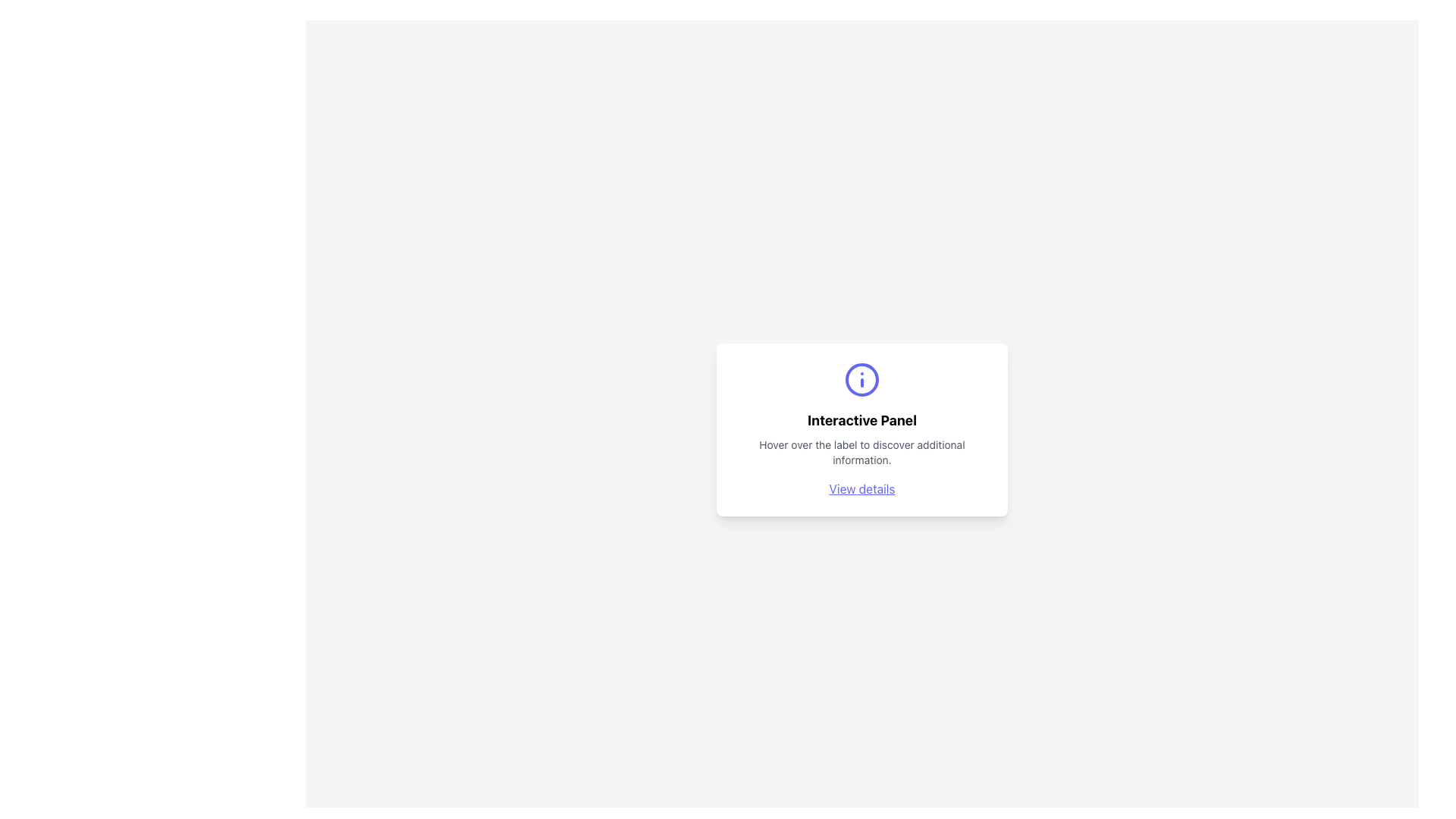 The height and width of the screenshot is (819, 1456). What do you see at coordinates (862, 488) in the screenshot?
I see `the hyperlink located within the 'Interactive Panel' under the description 'Hover over the label to discover additional information'` at bounding box center [862, 488].